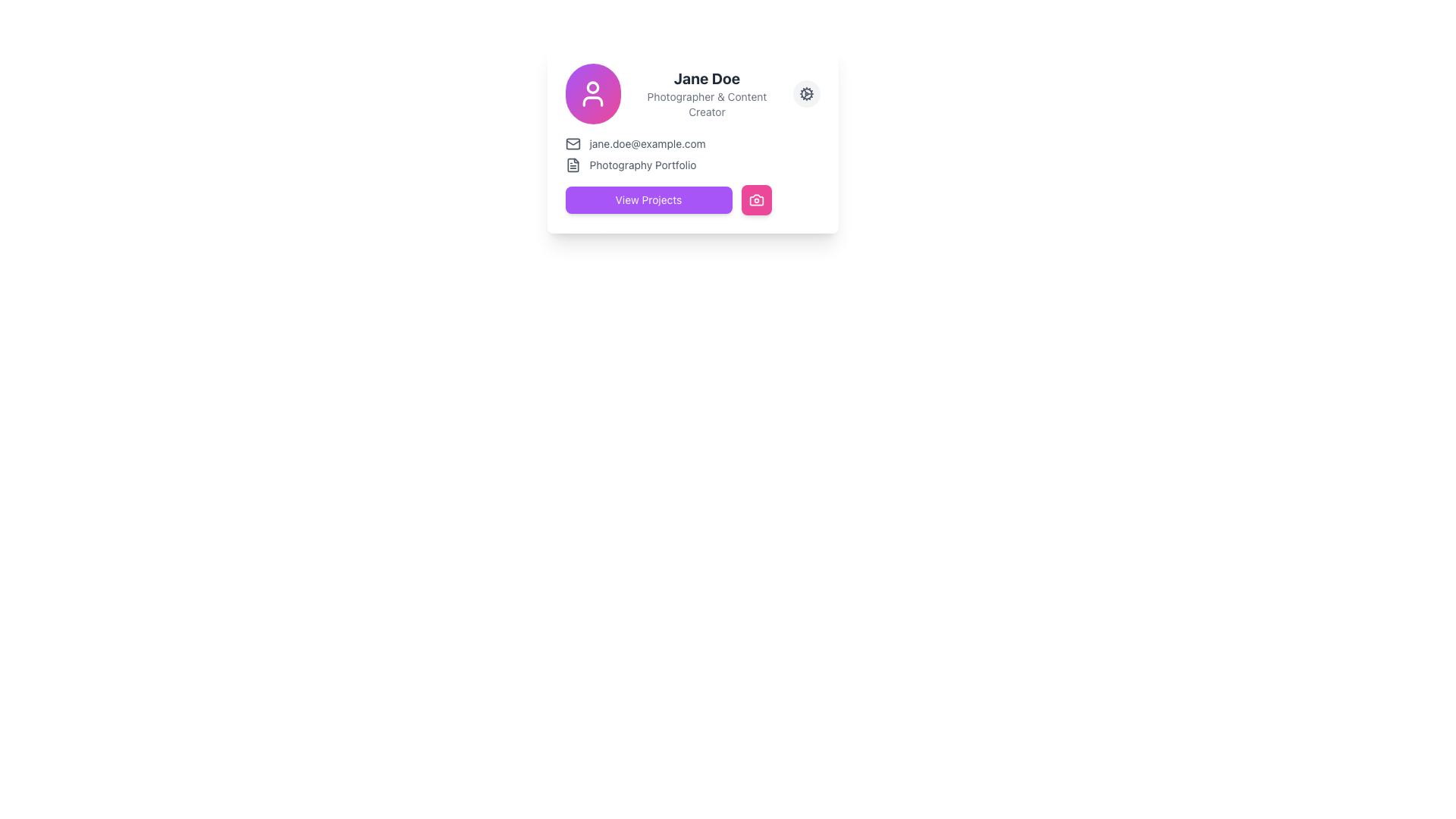 Image resolution: width=1456 pixels, height=819 pixels. What do you see at coordinates (692, 199) in the screenshot?
I see `the 'View Projects' button` at bounding box center [692, 199].